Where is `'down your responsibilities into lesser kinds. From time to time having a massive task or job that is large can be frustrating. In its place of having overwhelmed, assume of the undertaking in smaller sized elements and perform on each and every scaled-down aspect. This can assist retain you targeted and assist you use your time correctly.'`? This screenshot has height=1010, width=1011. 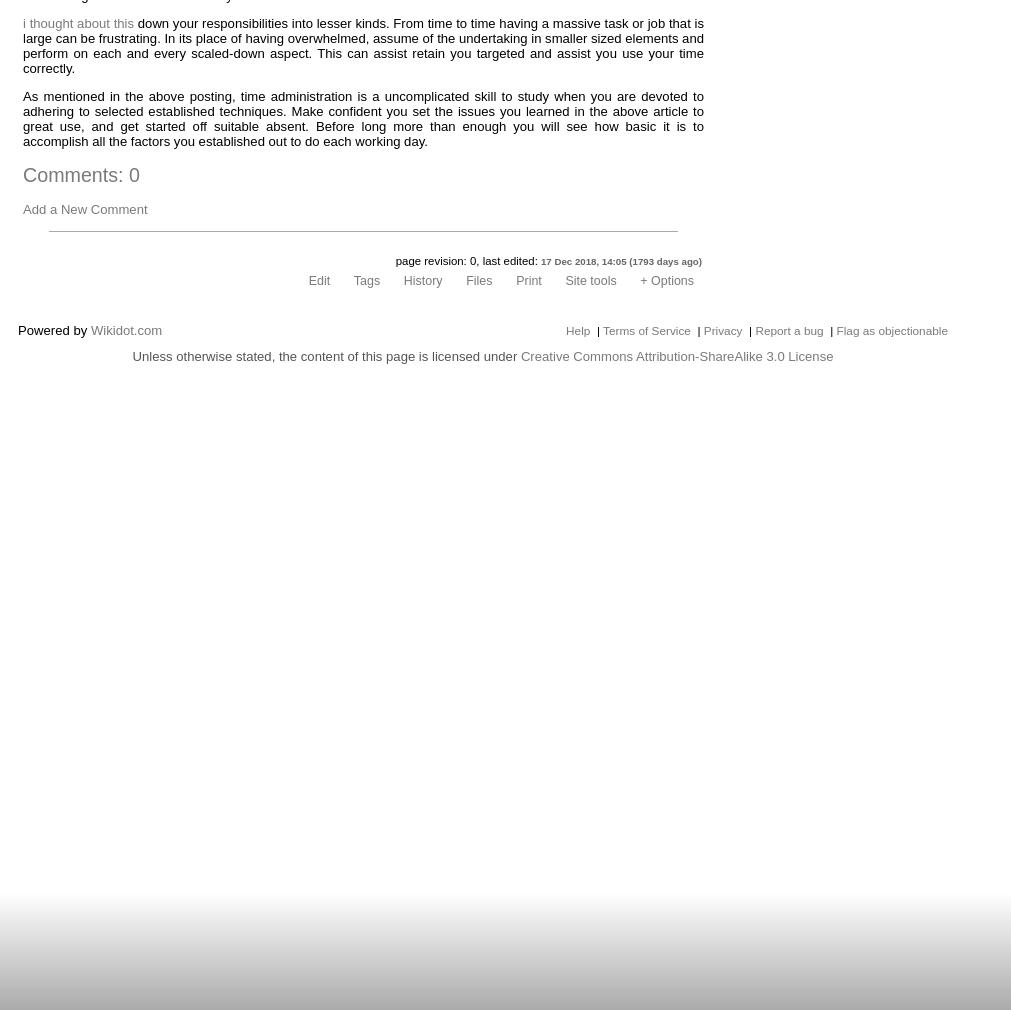
'down your responsibilities into lesser kinds. From time to time having a massive task or job that is large can be frustrating. In its place of having overwhelmed, assume of the undertaking in smaller sized elements and perform on each and every scaled-down aspect. This can assist retain you targeted and assist you use your time correctly.' is located at coordinates (362, 44).